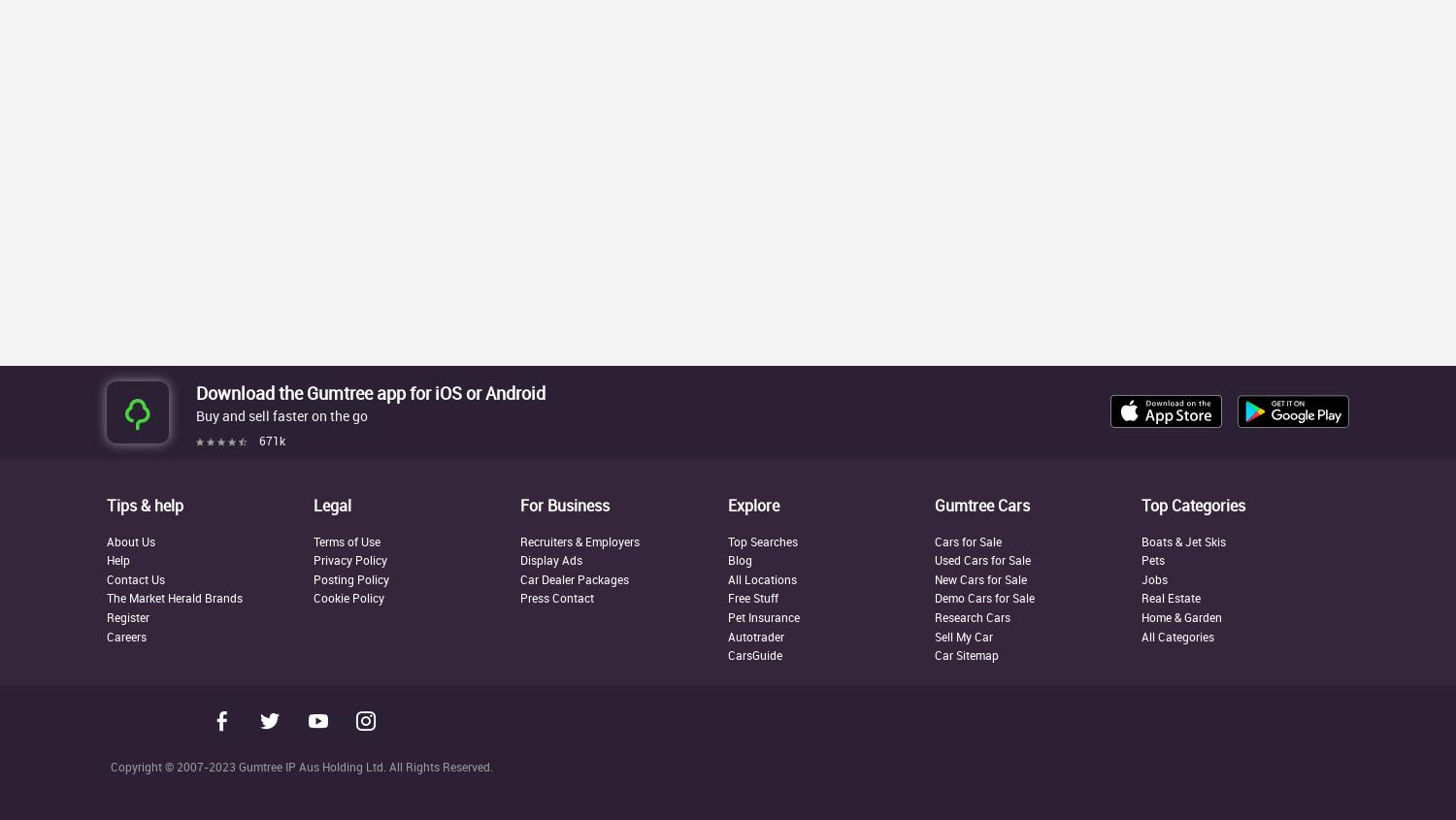  What do you see at coordinates (128, 616) in the screenshot?
I see `'Register'` at bounding box center [128, 616].